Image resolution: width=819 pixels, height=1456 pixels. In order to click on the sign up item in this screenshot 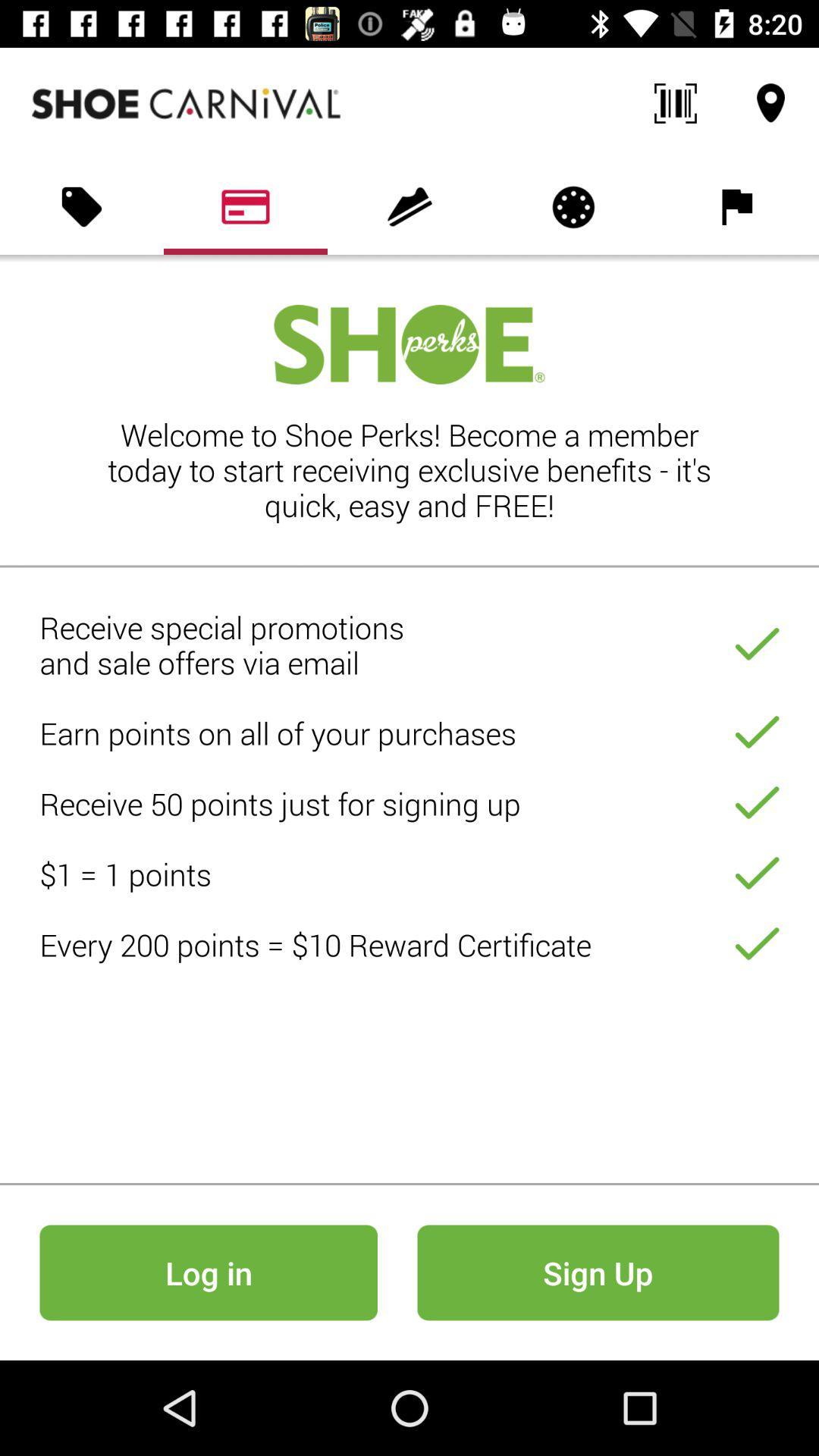, I will do `click(598, 1272)`.